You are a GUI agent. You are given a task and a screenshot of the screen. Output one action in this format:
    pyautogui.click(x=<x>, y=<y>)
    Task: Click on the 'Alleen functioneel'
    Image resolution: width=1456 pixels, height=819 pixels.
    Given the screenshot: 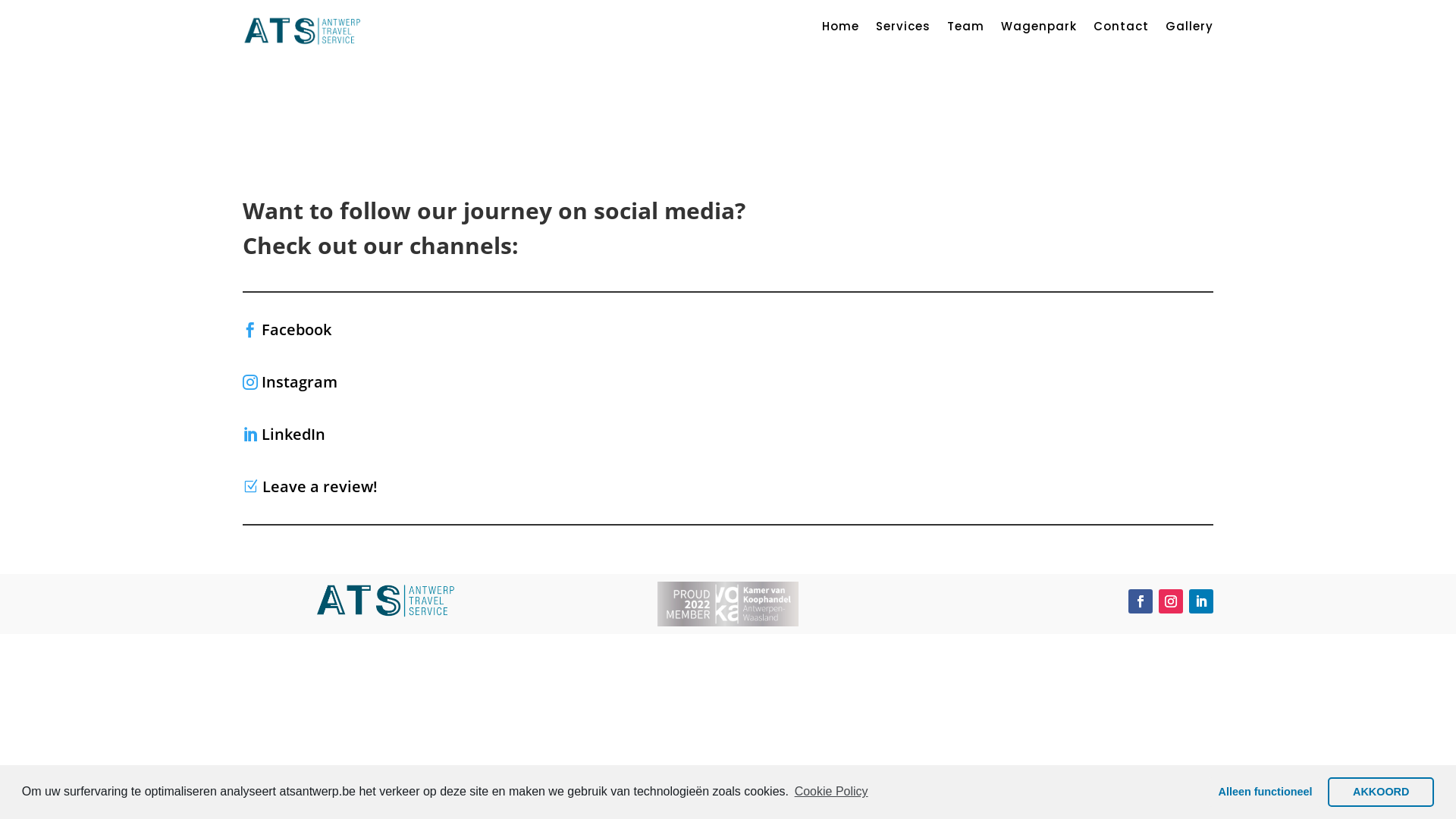 What is the action you would take?
    pyautogui.click(x=1265, y=791)
    